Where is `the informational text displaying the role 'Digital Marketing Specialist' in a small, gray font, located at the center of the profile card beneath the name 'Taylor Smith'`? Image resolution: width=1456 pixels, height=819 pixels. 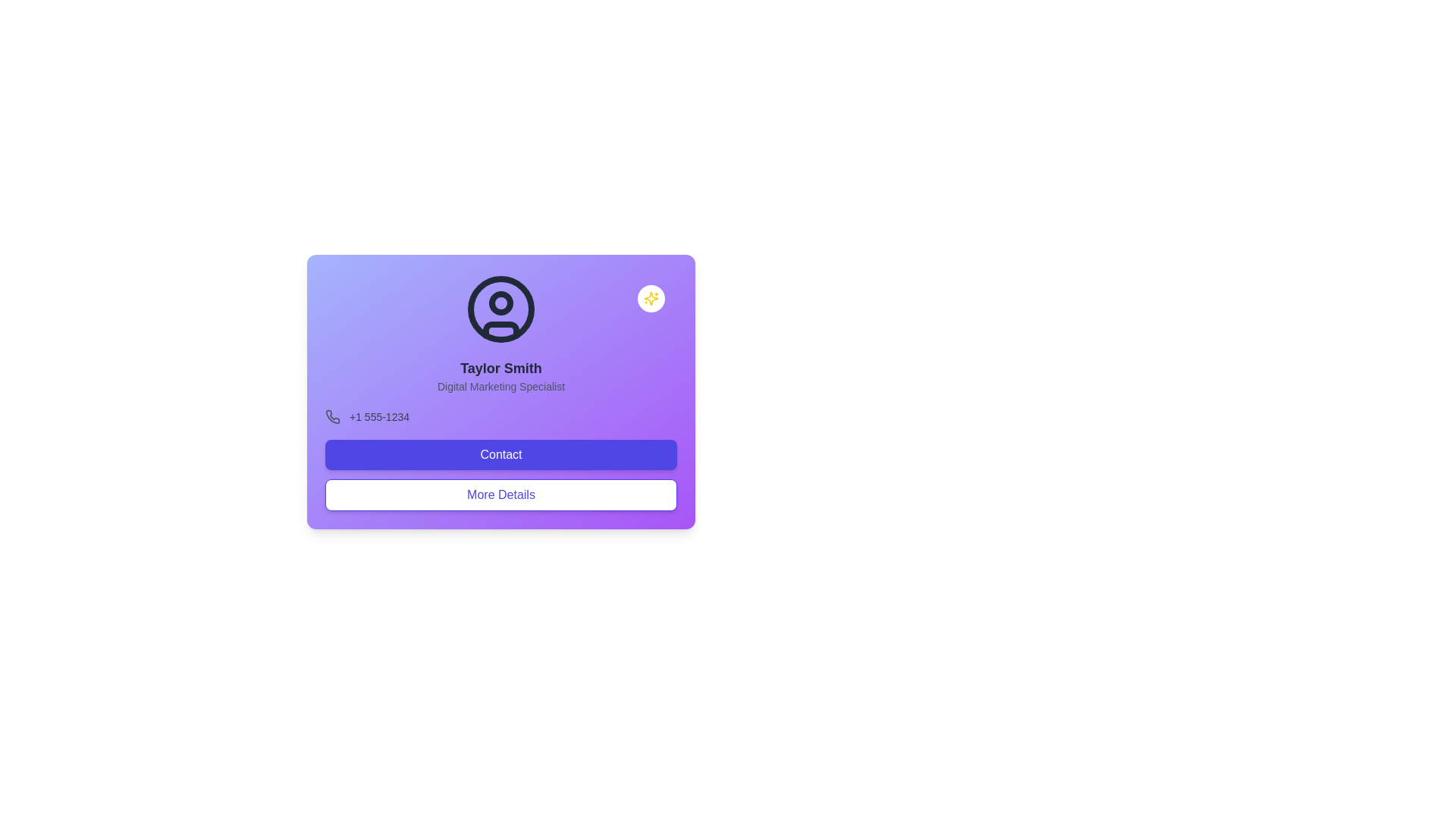 the informational text displaying the role 'Digital Marketing Specialist' in a small, gray font, located at the center of the profile card beneath the name 'Taylor Smith' is located at coordinates (501, 385).